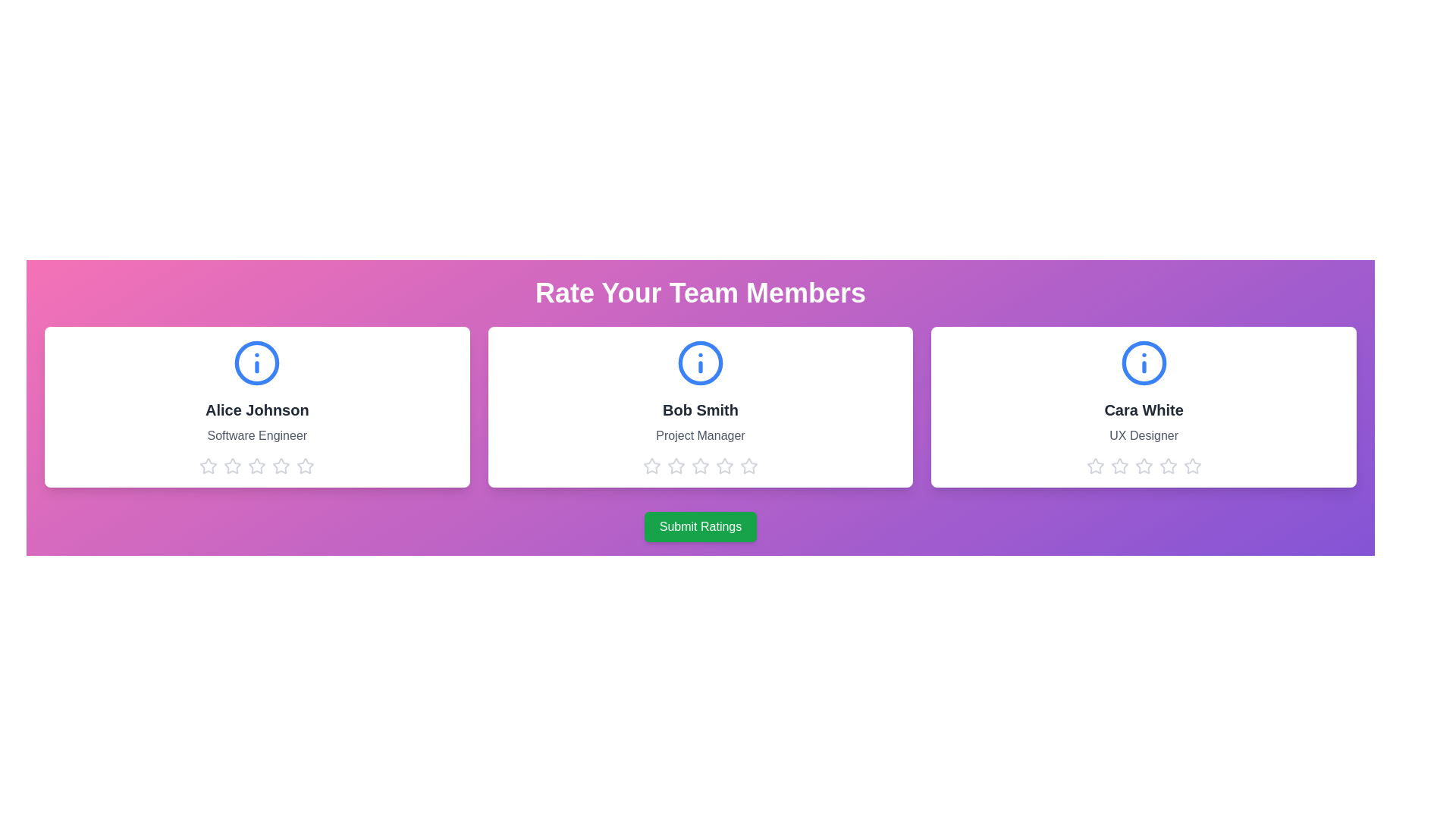 This screenshot has height=819, width=1456. Describe the element at coordinates (700, 526) in the screenshot. I see `the 'Submit Ratings' button to submit the ratings` at that location.